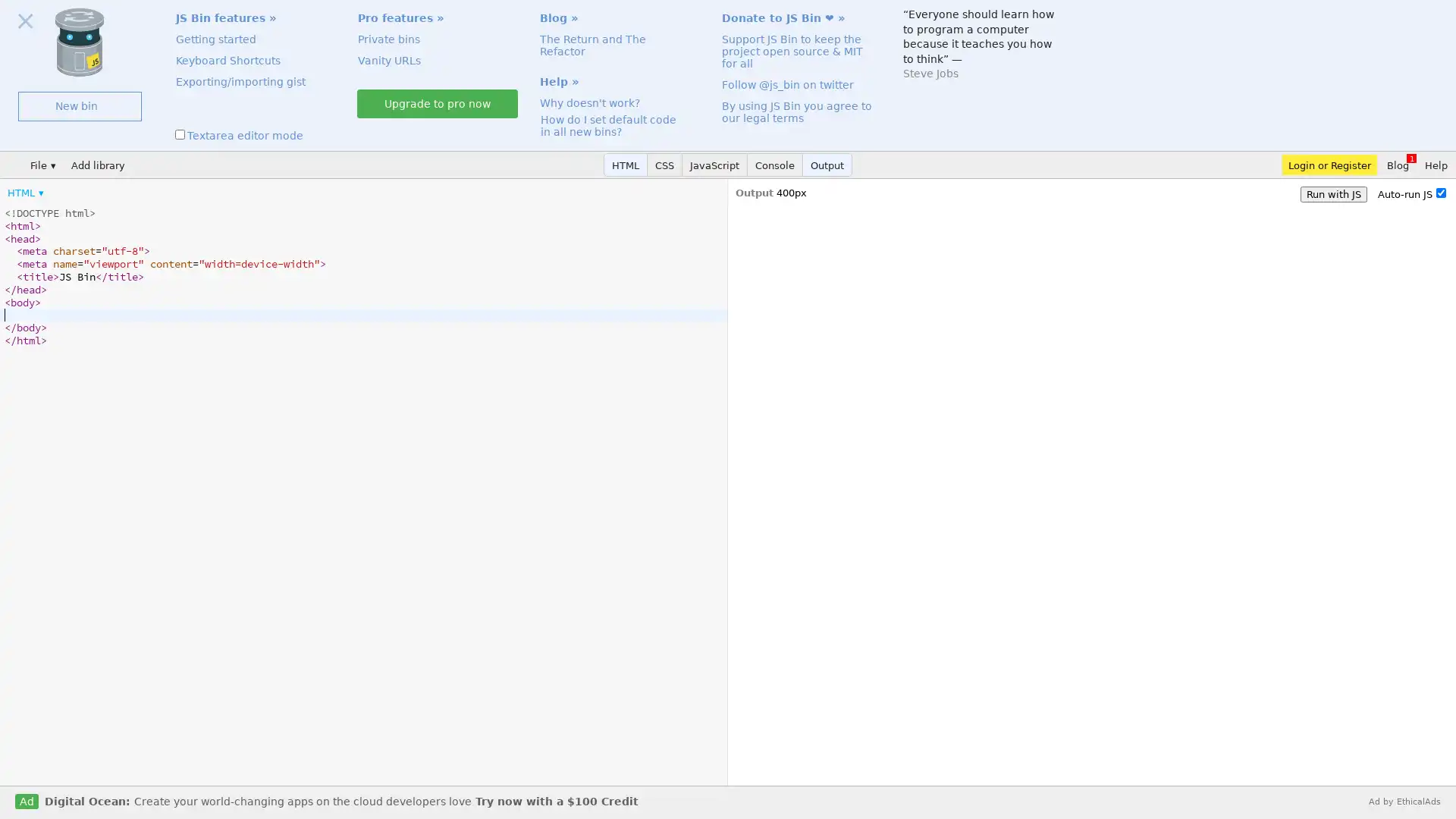  Describe the element at coordinates (665, 165) in the screenshot. I see `CSS Panel: Inactive` at that location.